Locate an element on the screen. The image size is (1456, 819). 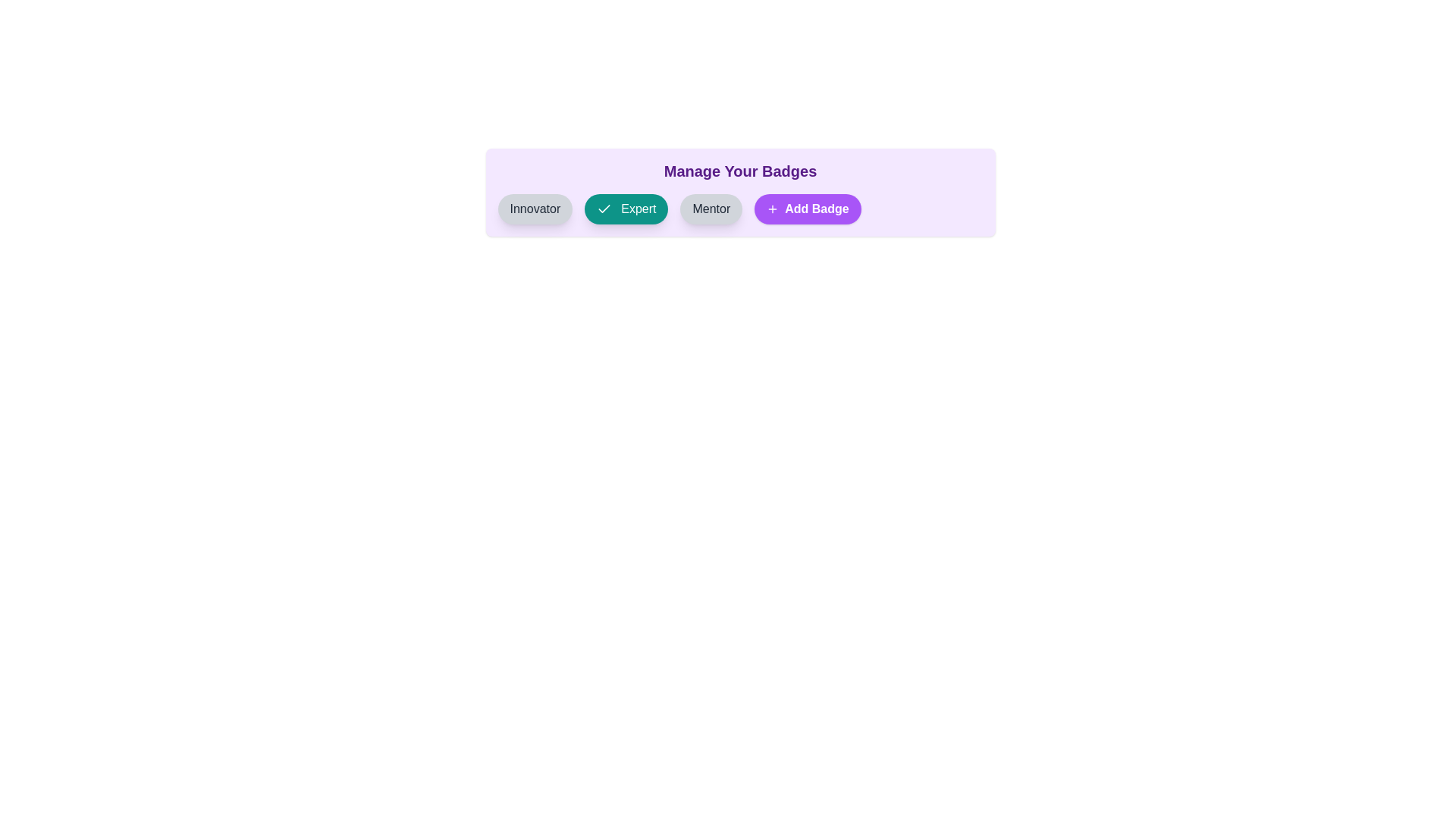
the badge labeled Expert to observe its hover effect is located at coordinates (626, 209).